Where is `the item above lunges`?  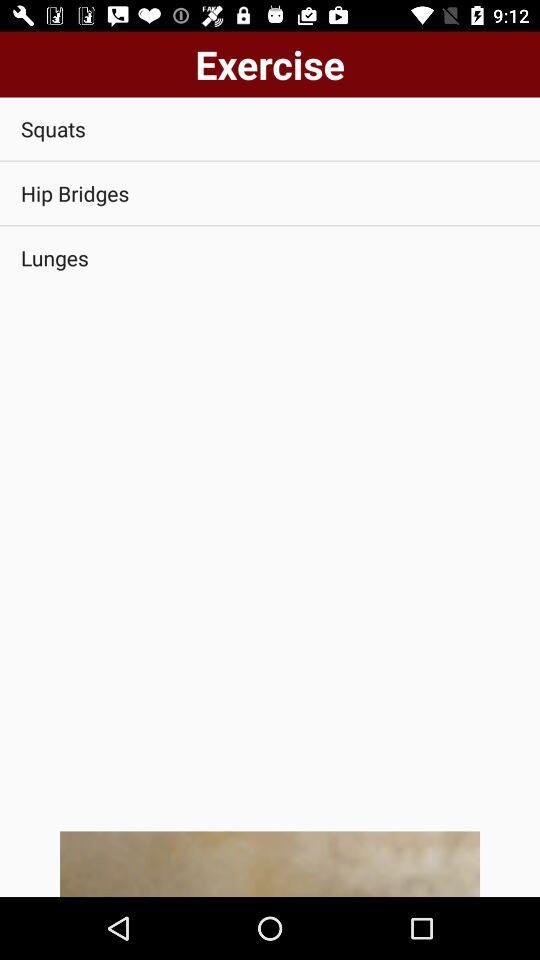 the item above lunges is located at coordinates (270, 193).